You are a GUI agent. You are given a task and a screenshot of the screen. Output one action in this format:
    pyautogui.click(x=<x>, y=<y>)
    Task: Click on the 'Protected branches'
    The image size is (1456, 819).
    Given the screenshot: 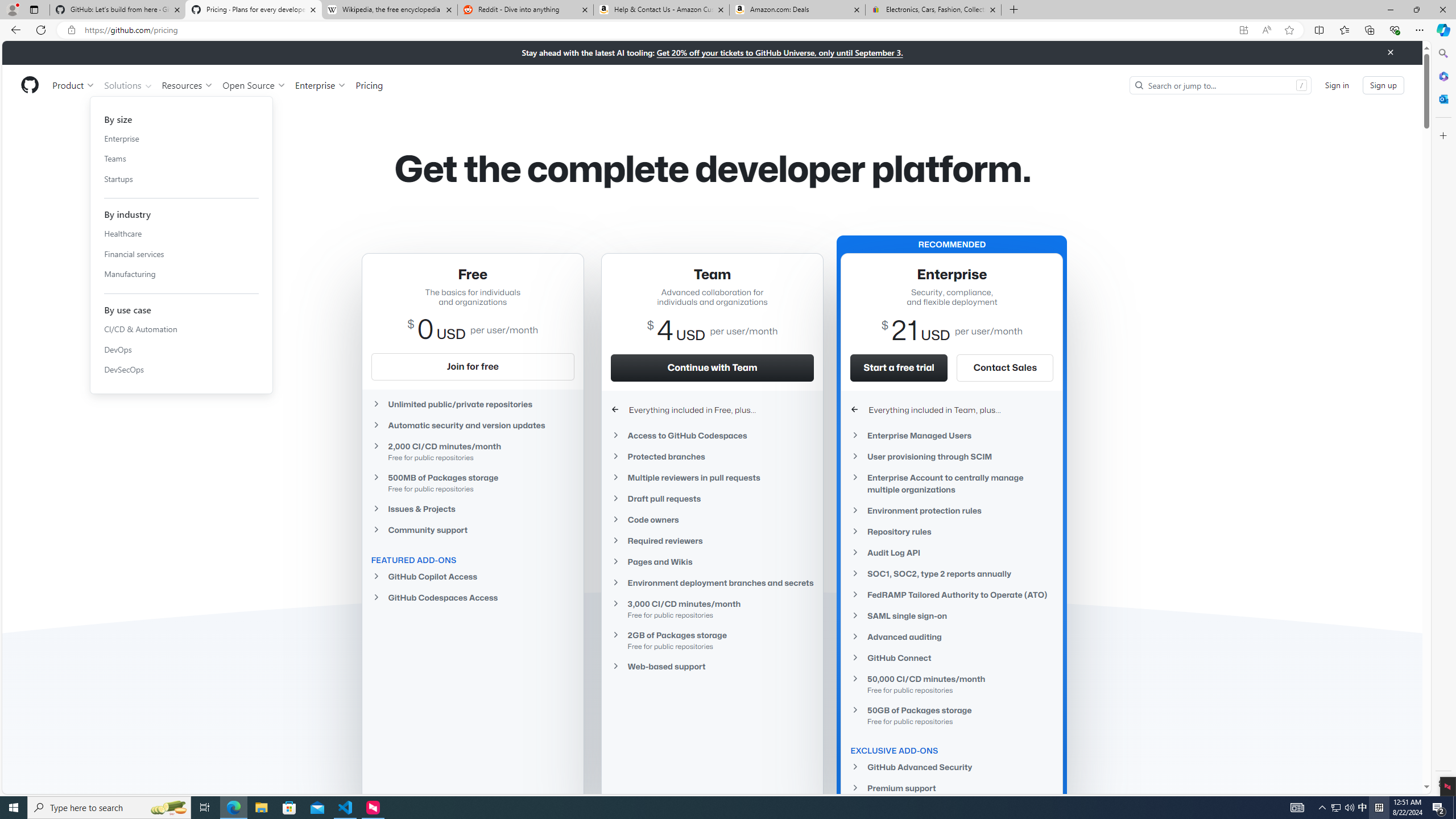 What is the action you would take?
    pyautogui.click(x=712, y=456)
    